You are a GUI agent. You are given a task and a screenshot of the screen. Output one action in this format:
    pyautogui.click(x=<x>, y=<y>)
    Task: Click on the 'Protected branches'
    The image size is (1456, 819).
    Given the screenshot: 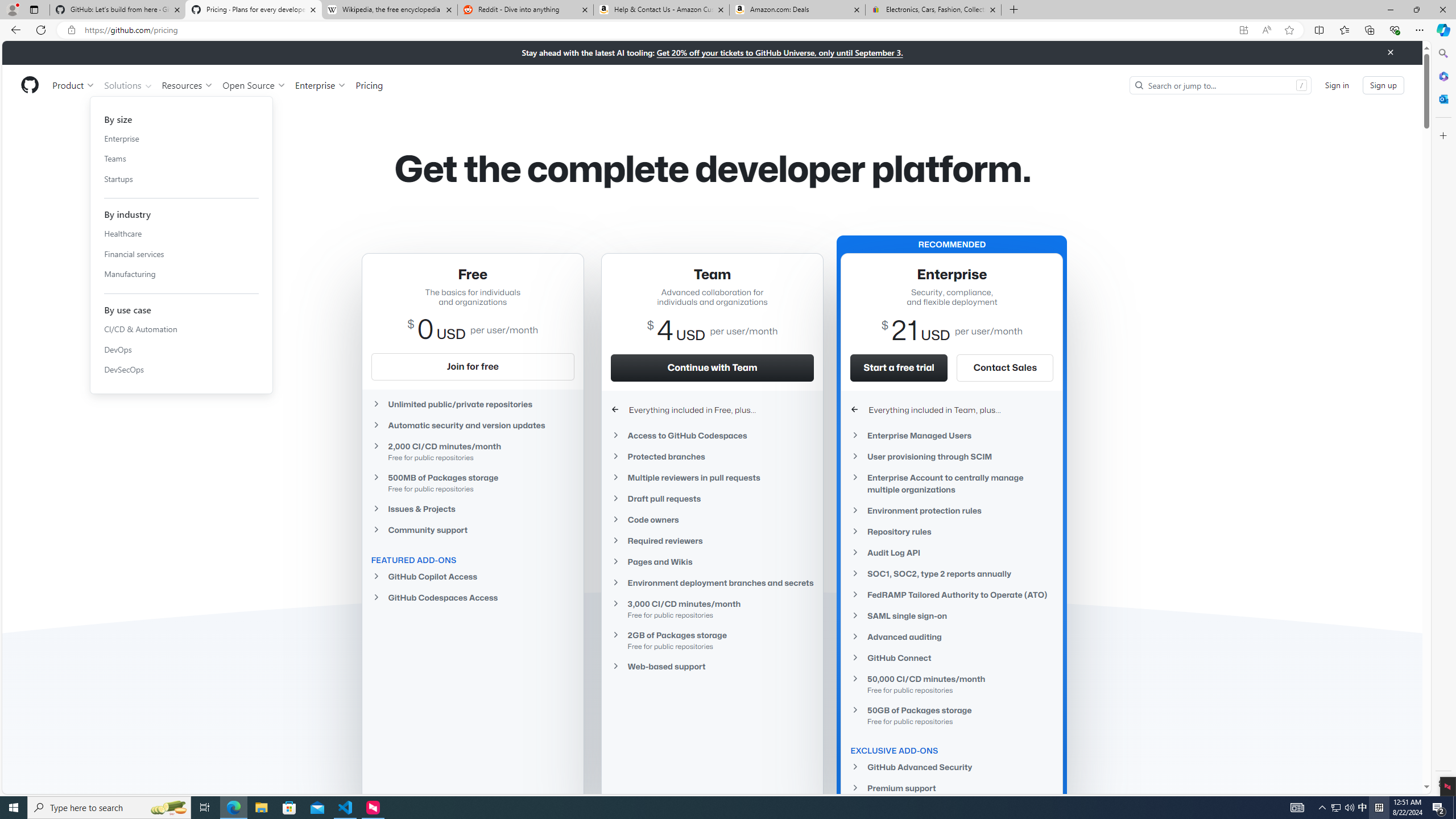 What is the action you would take?
    pyautogui.click(x=712, y=456)
    